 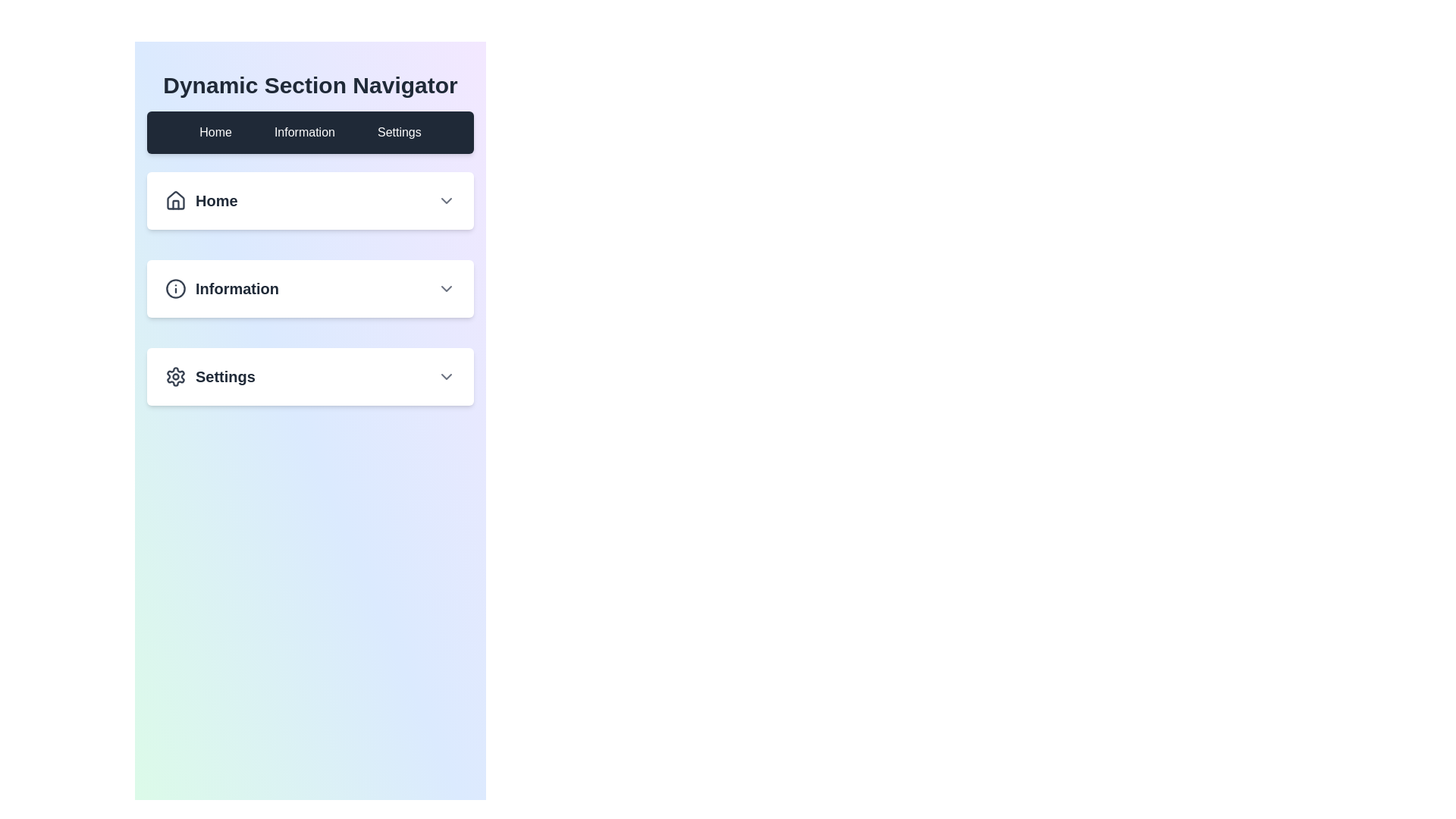 I want to click on the 'Settings' navigation tab, which is the third tab in the set of three navigation links labeled 'Home', 'Information', and 'Settings', so click(x=399, y=131).